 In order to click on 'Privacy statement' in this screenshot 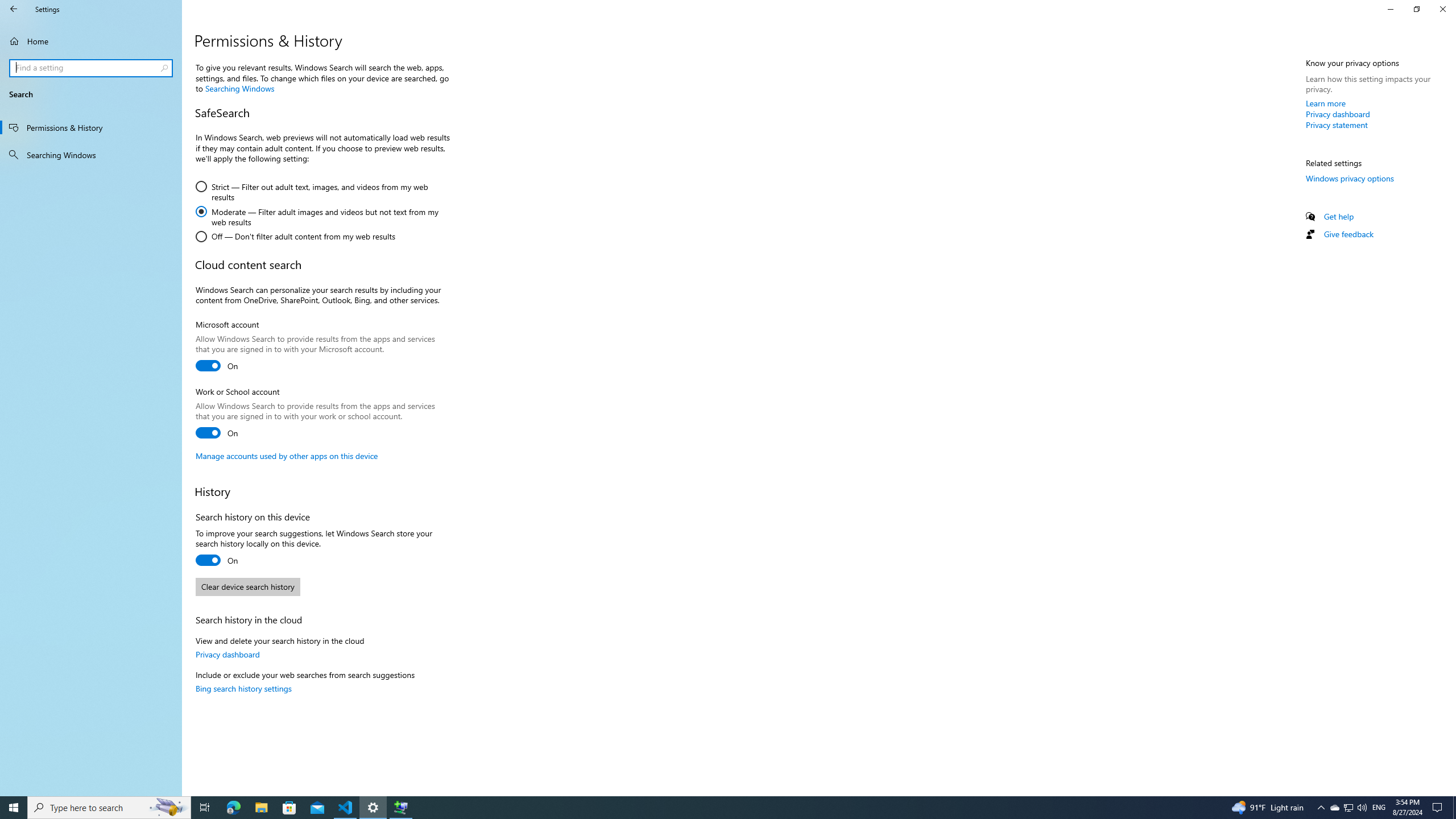, I will do `click(1336, 124)`.